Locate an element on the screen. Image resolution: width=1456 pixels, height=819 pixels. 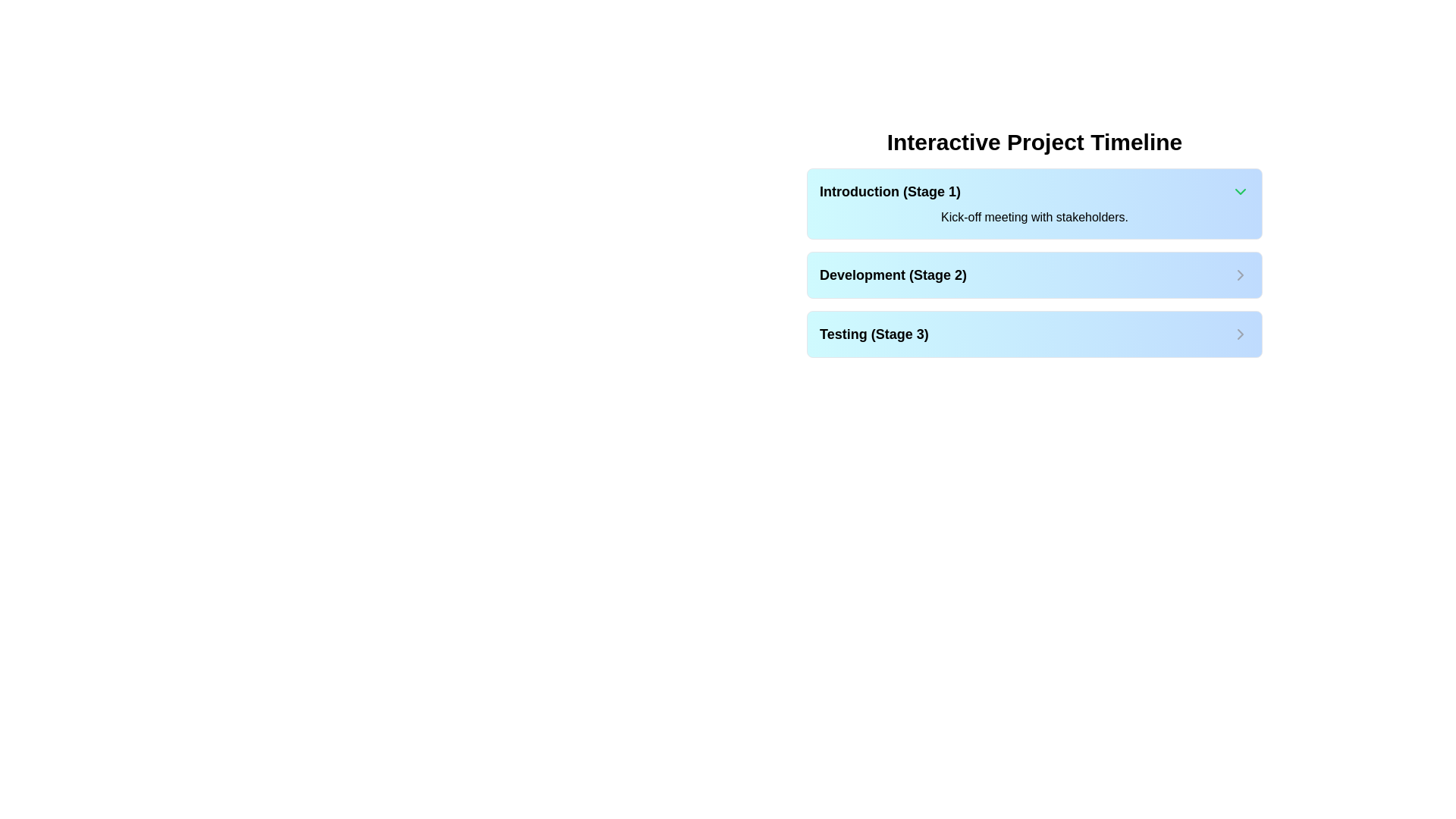
the bold text label reading 'Testing (Stage 3)' which is located within a light blue rounded rectangle, positioned in the third section of the project timeline is located at coordinates (874, 333).